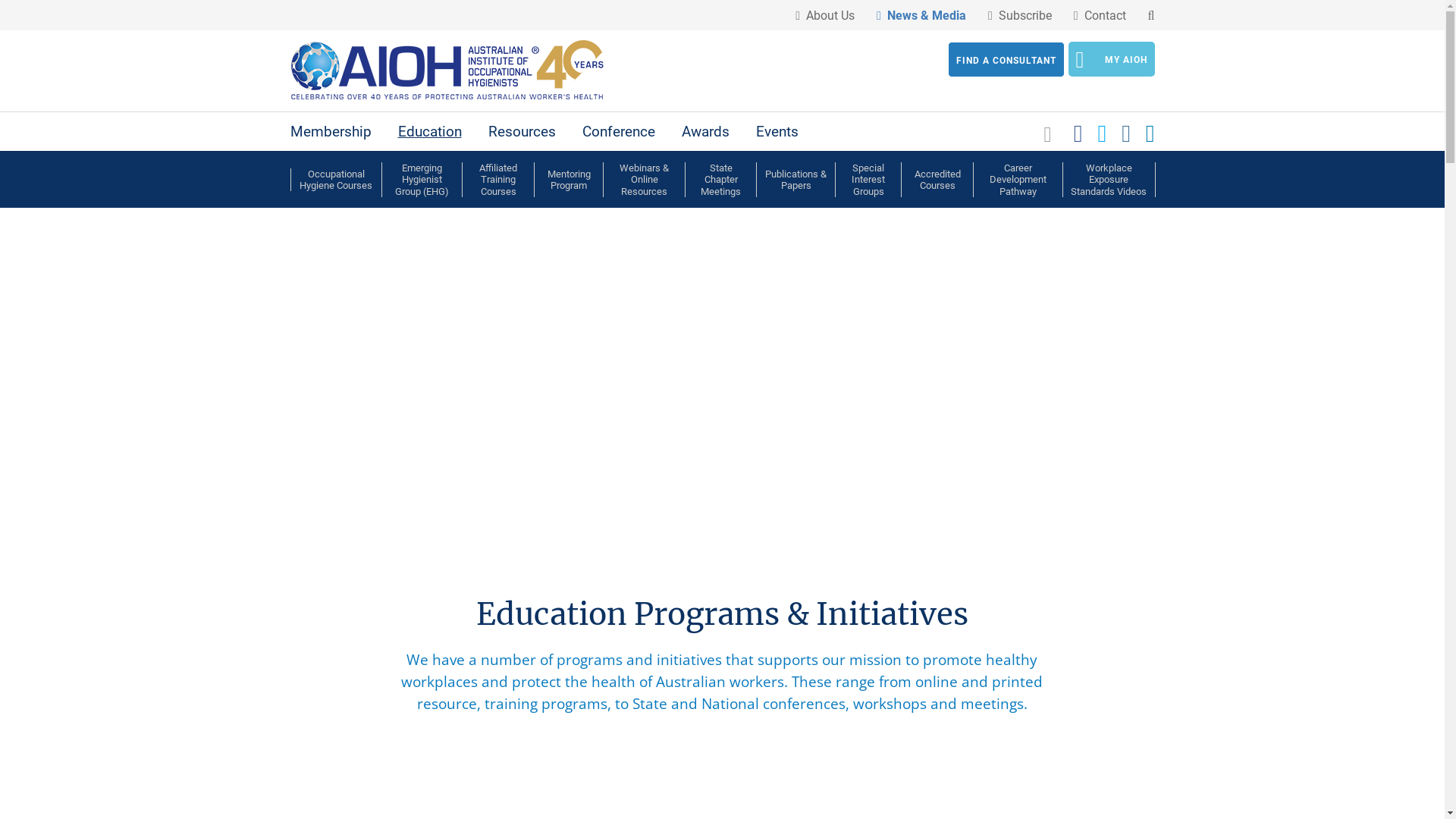  What do you see at coordinates (1100, 15) in the screenshot?
I see `'  Contact'` at bounding box center [1100, 15].